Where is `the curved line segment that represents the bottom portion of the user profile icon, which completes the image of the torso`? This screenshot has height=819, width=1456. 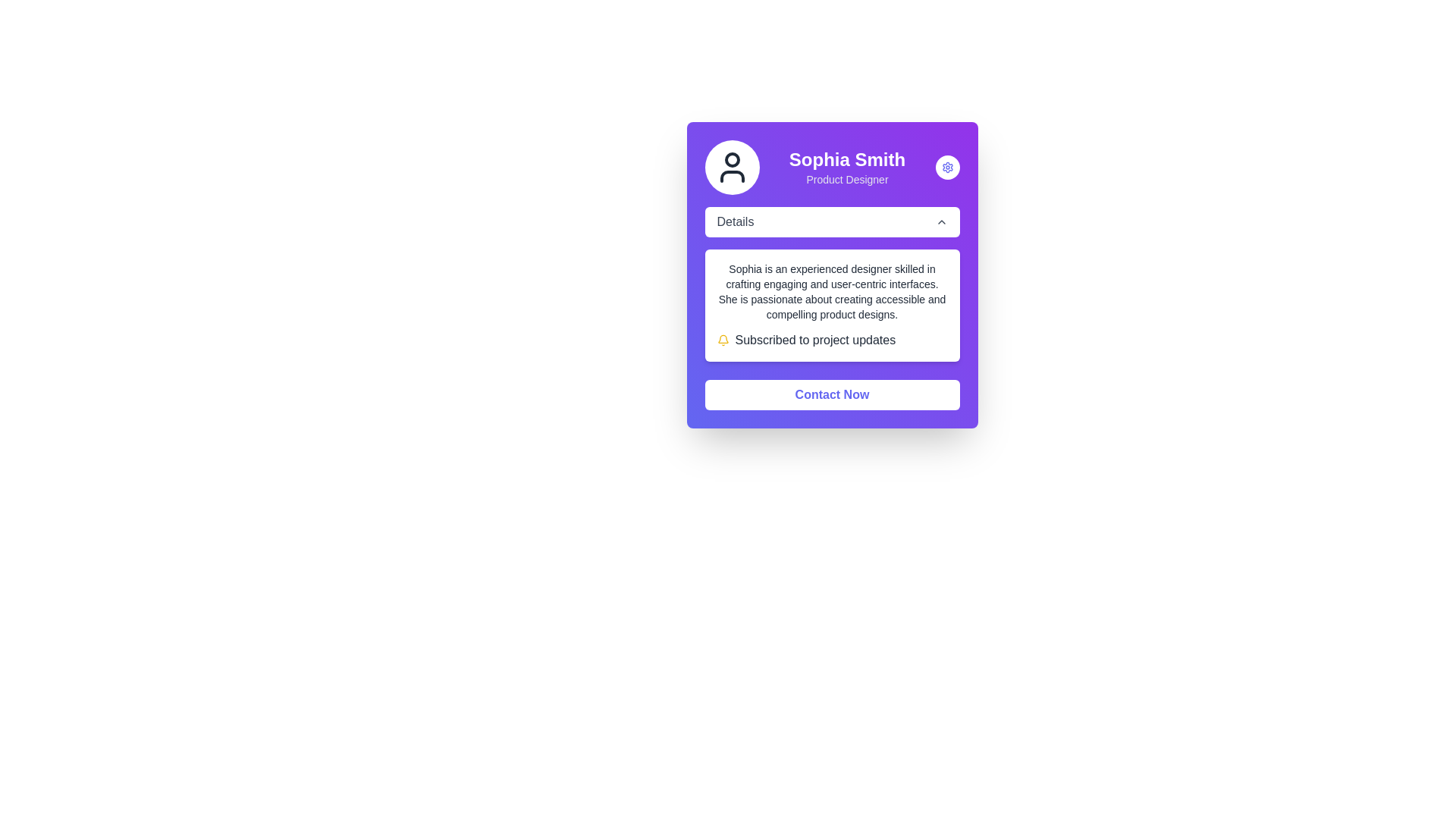
the curved line segment that represents the bottom portion of the user profile icon, which completes the image of the torso is located at coordinates (732, 175).